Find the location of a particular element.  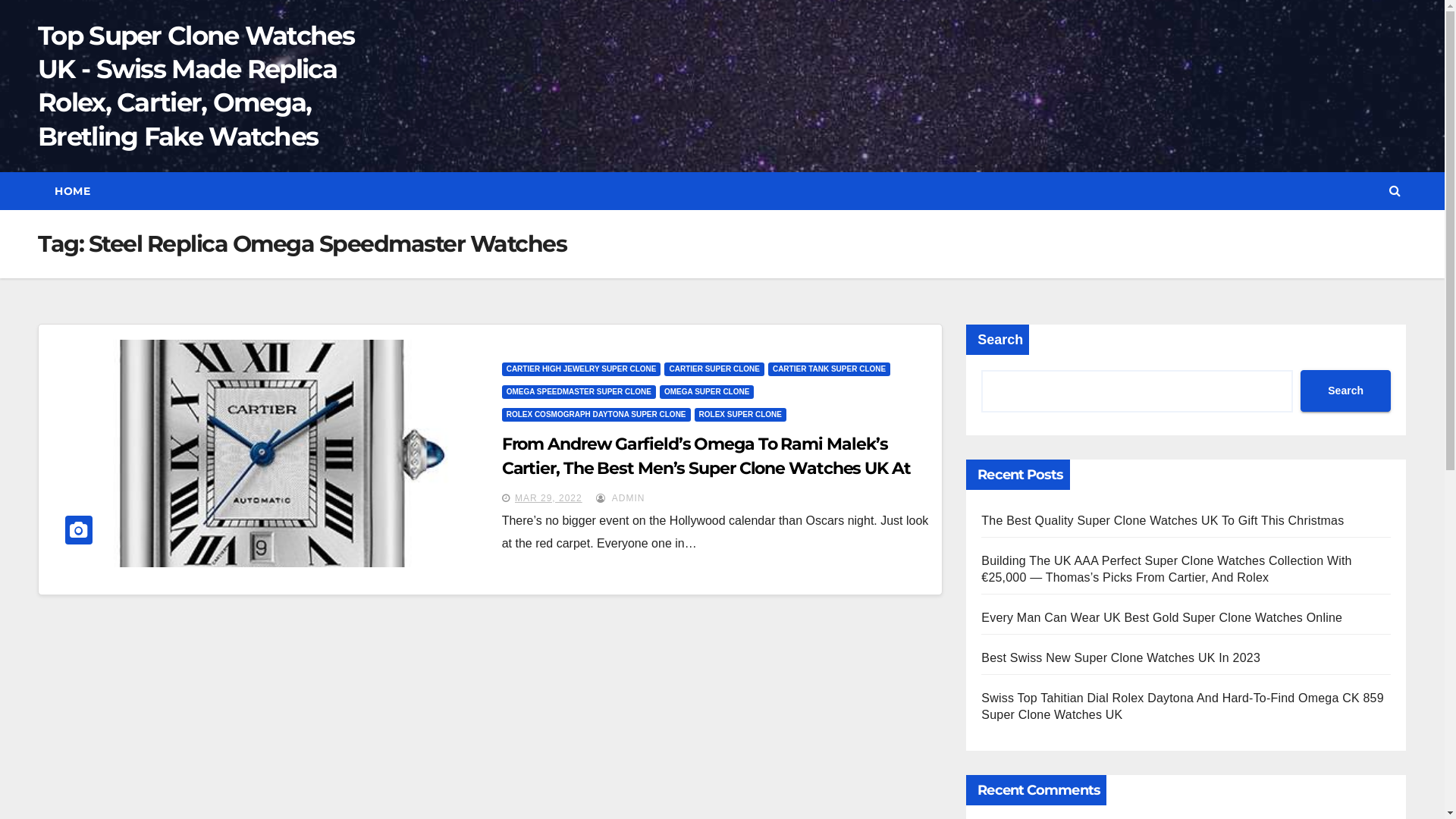

'Search' is located at coordinates (1345, 390).